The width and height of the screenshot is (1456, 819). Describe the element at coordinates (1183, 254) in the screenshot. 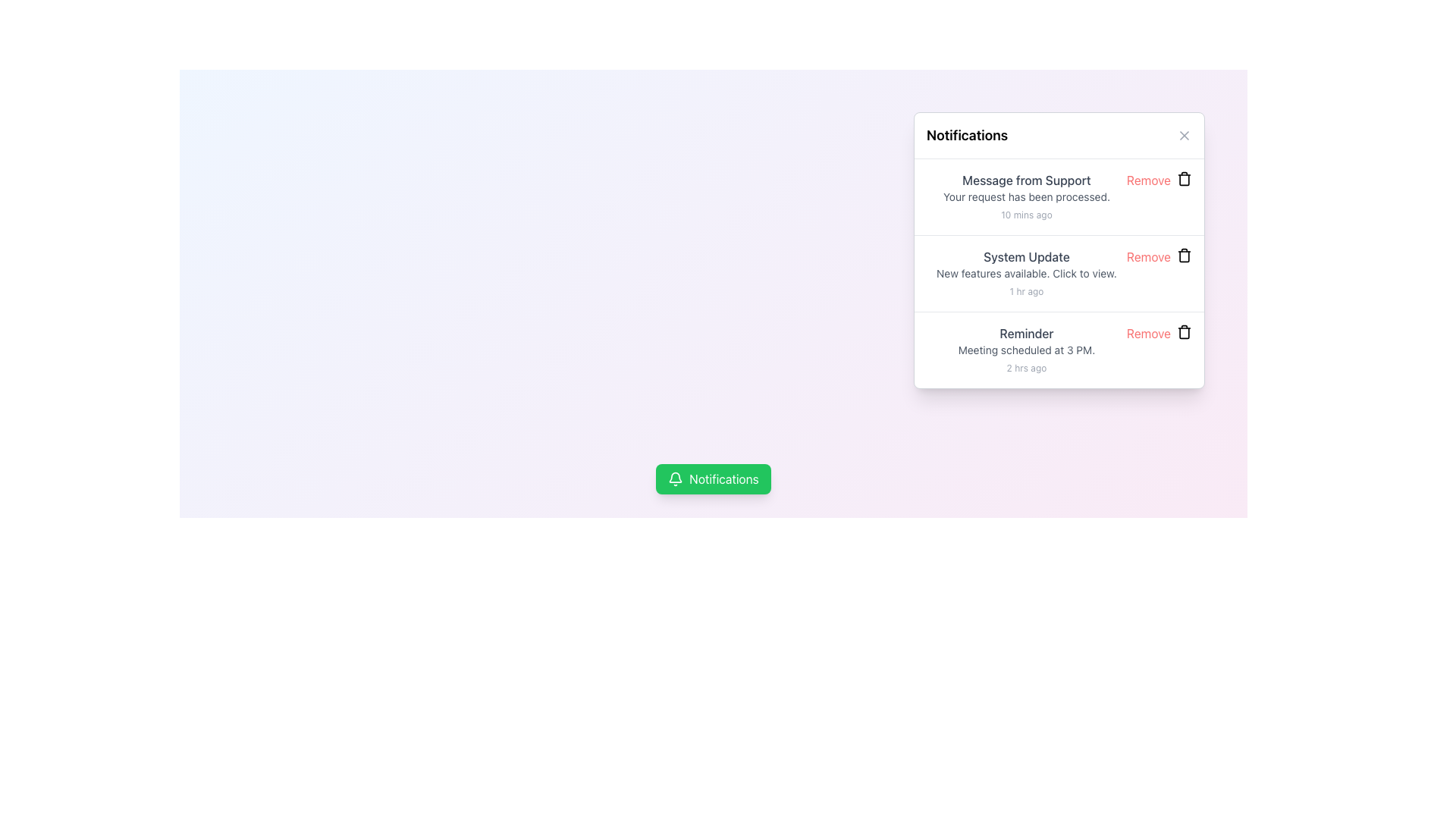

I see `the icon located at the far right end of the 'System Update' notification card` at that location.